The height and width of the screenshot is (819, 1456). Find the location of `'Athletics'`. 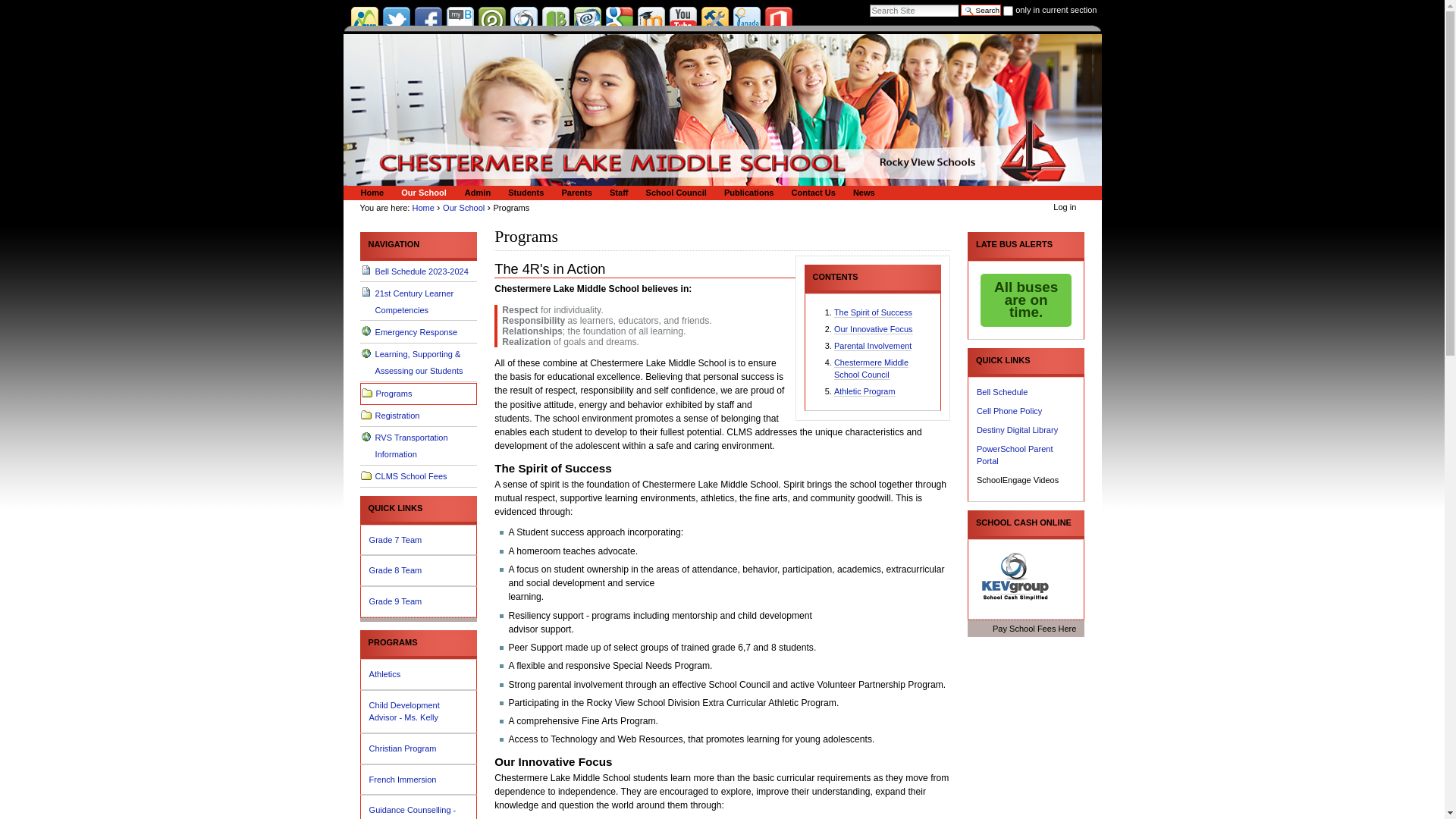

'Athletics' is located at coordinates (419, 673).